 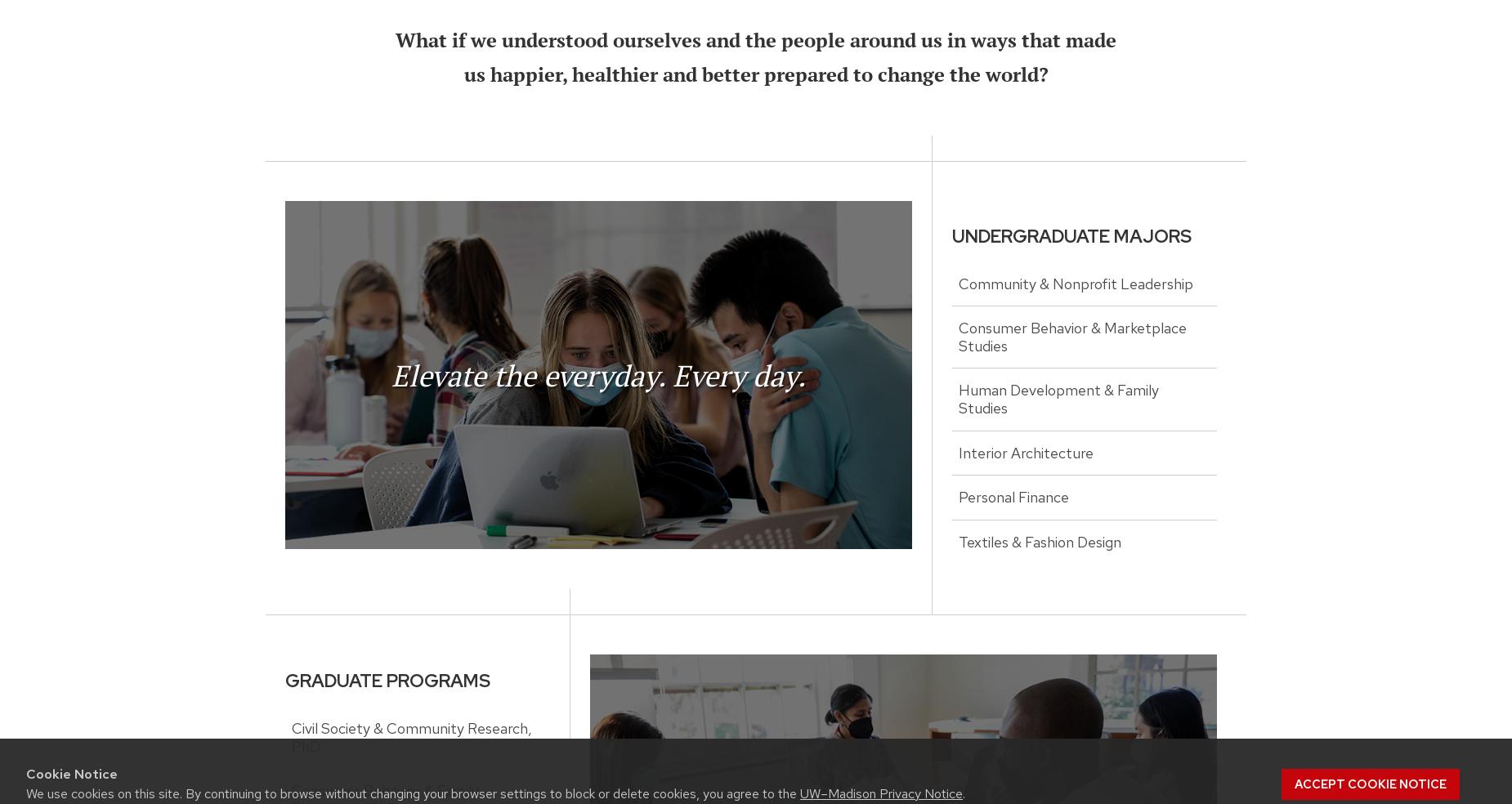 I want to click on 'Accept cookie notice', so click(x=1371, y=784).